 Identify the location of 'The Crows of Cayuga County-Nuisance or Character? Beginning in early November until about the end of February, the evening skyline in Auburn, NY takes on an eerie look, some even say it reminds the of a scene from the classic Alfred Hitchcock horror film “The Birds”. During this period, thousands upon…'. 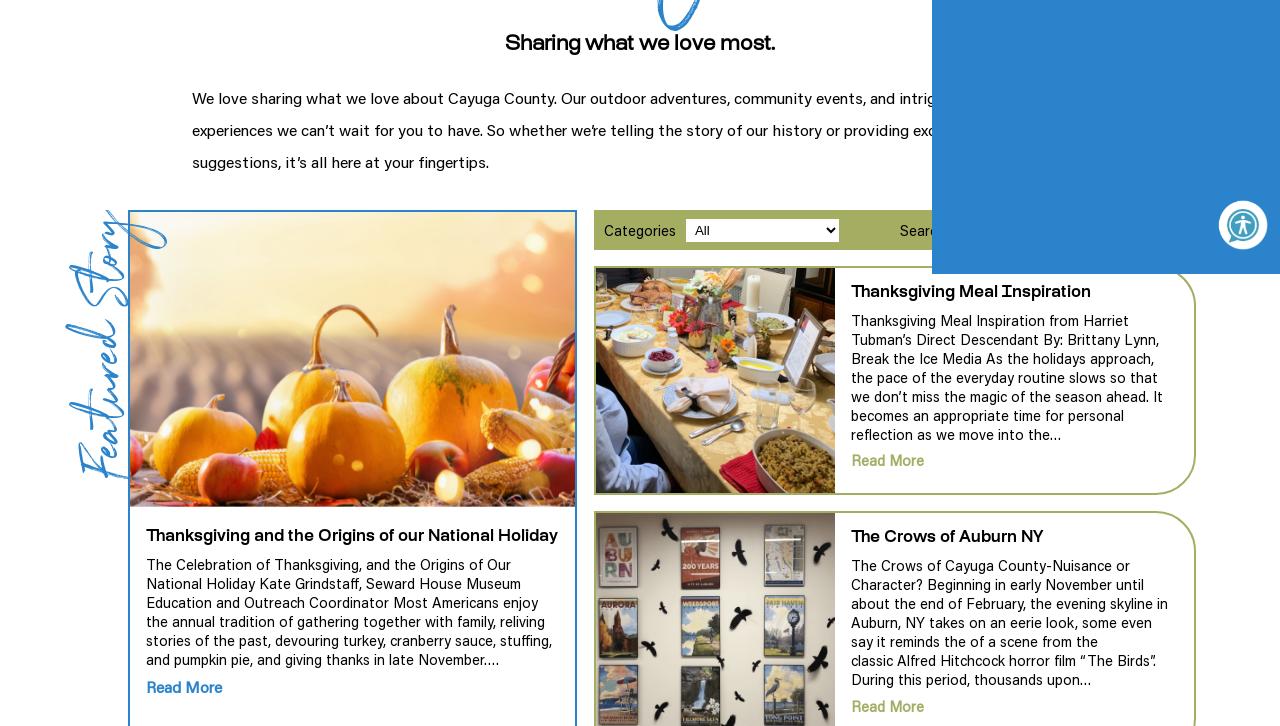
(1009, 621).